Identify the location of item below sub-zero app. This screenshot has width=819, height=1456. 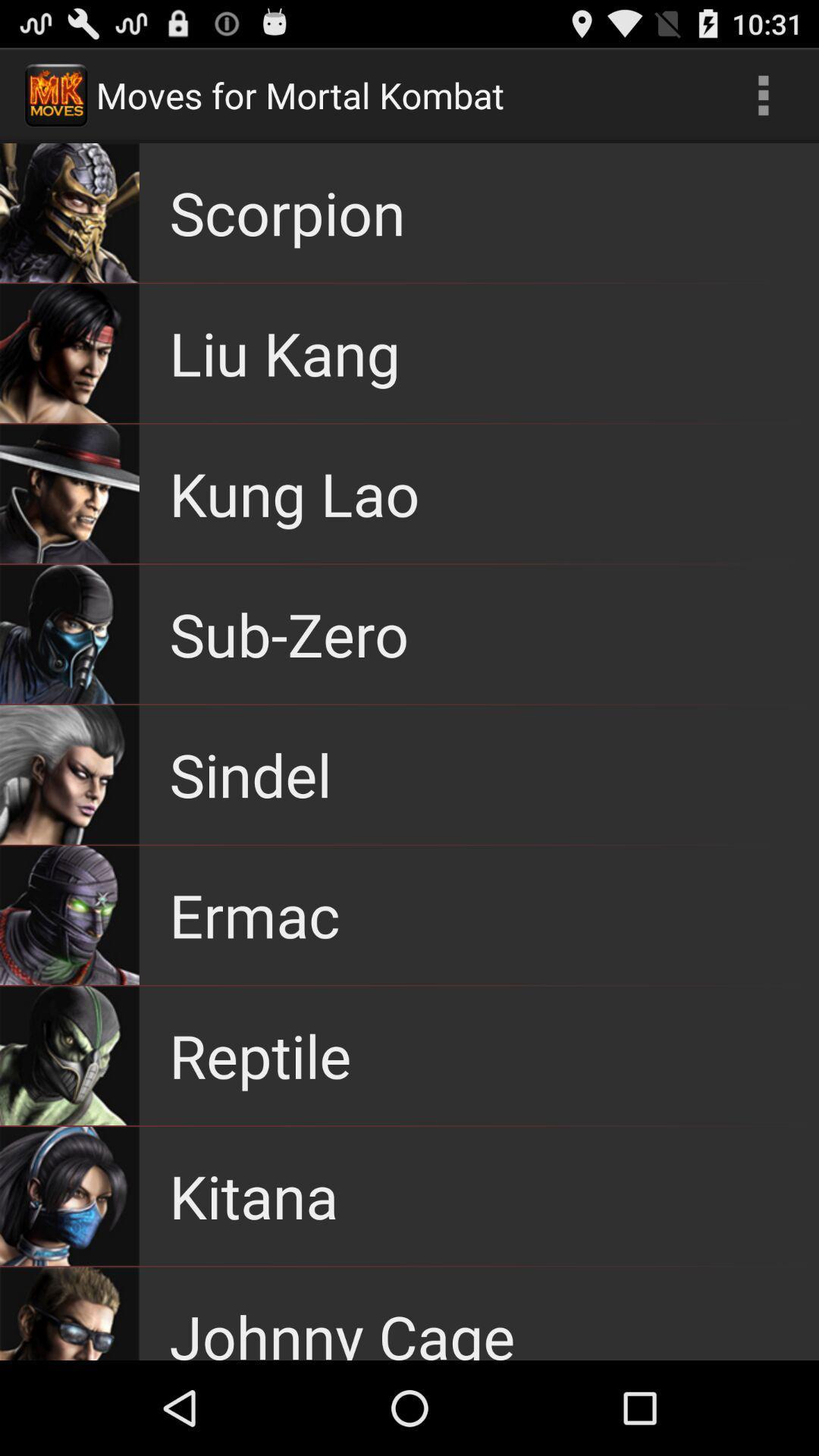
(249, 774).